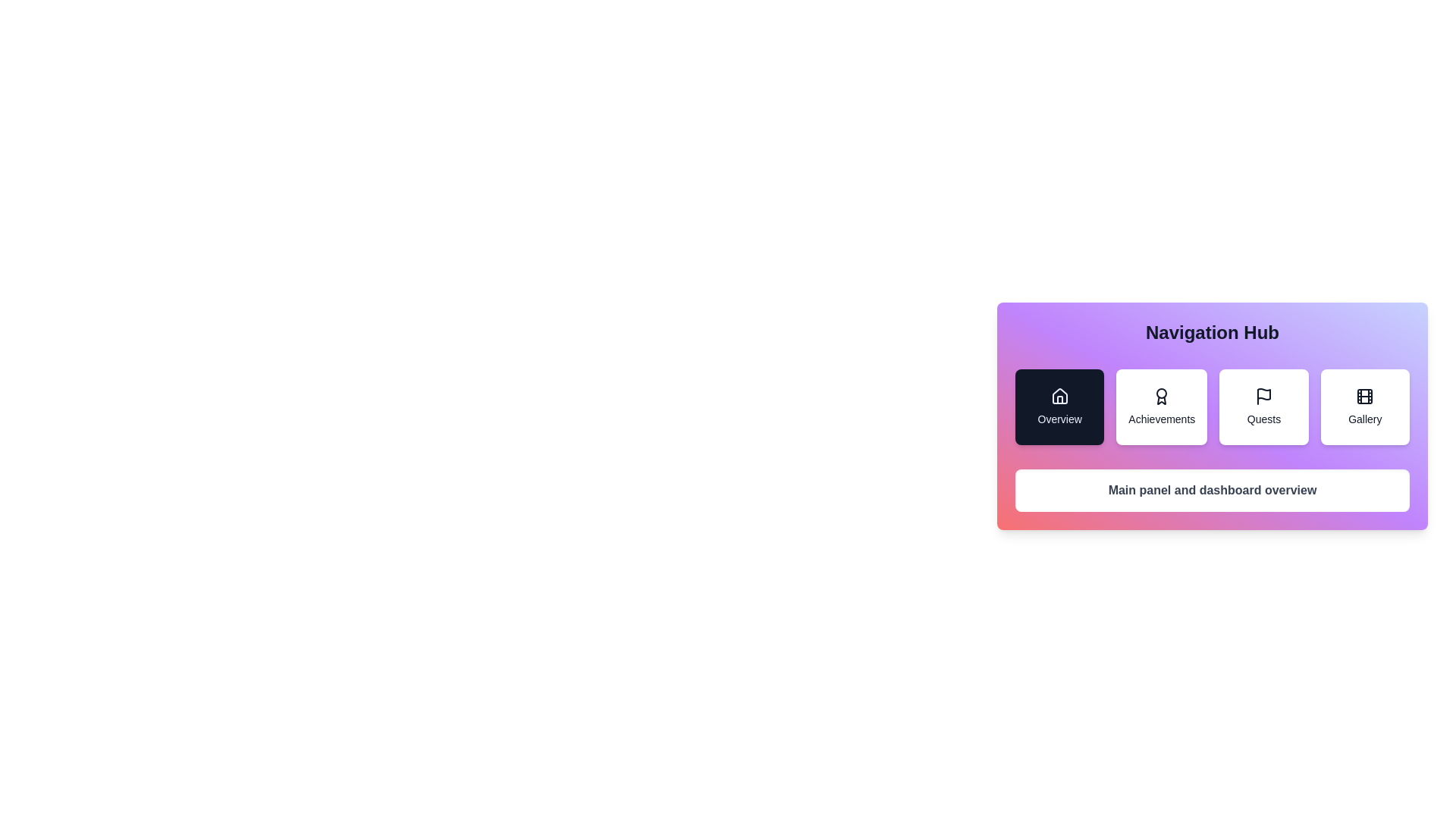 Image resolution: width=1456 pixels, height=819 pixels. What do you see at coordinates (1161, 393) in the screenshot?
I see `SVG Circle element that is part of the award icon, located in the second position from the left among four horizontally aligned icons in a navigation module` at bounding box center [1161, 393].